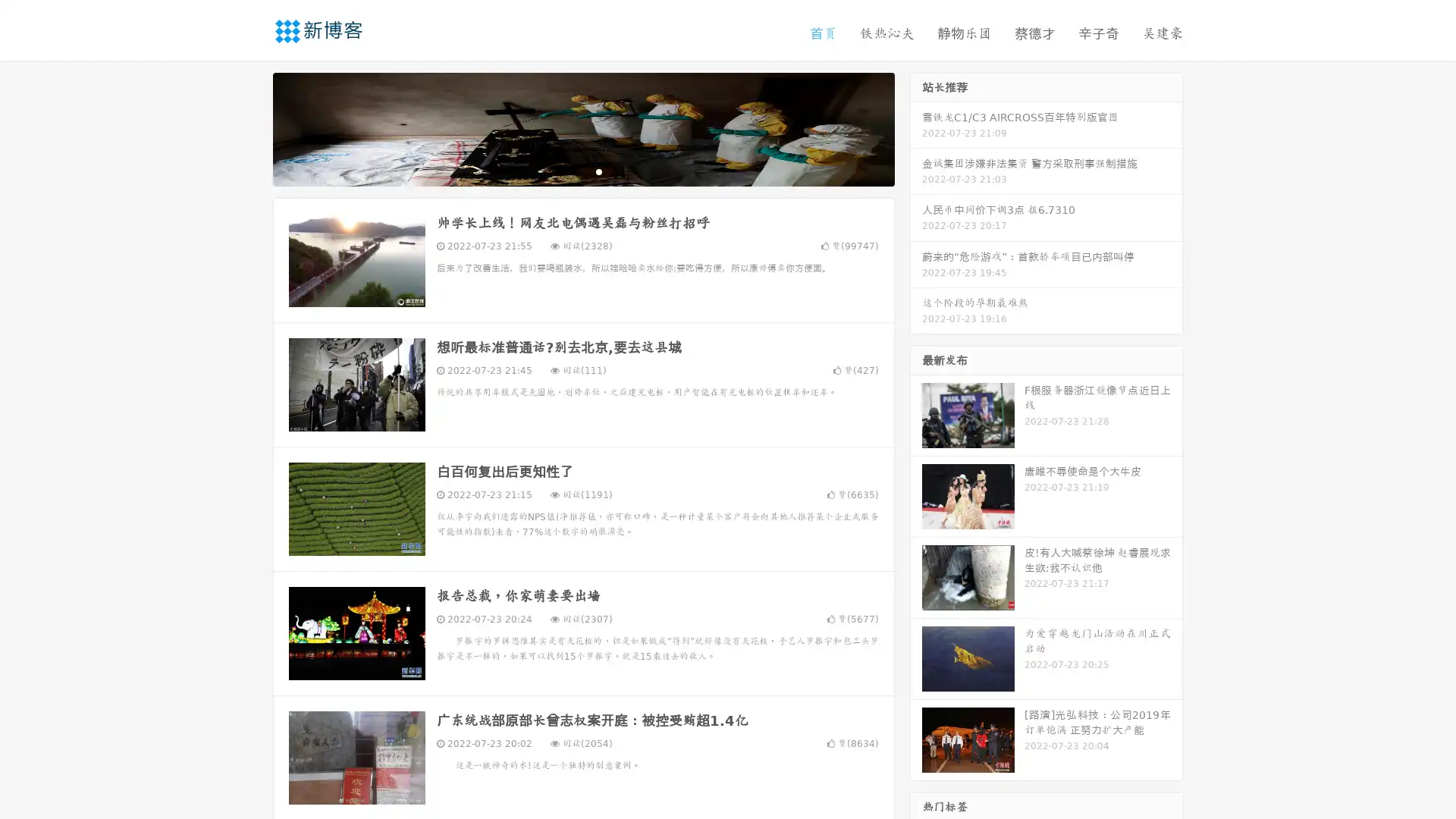 This screenshot has height=819, width=1456. I want to click on Go to slide 3, so click(598, 171).